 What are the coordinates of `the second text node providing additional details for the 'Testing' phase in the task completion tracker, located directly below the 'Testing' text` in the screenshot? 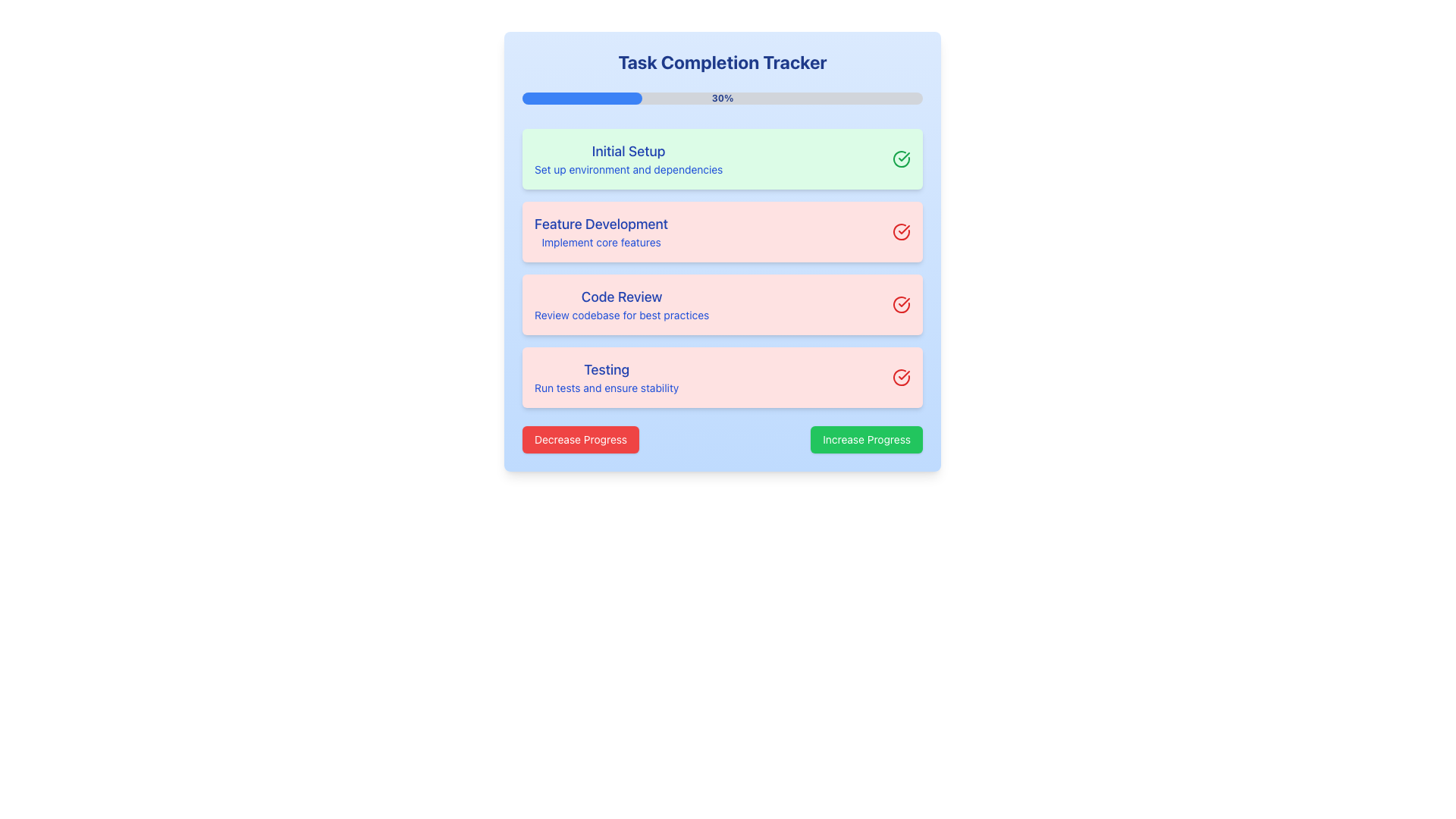 It's located at (607, 388).